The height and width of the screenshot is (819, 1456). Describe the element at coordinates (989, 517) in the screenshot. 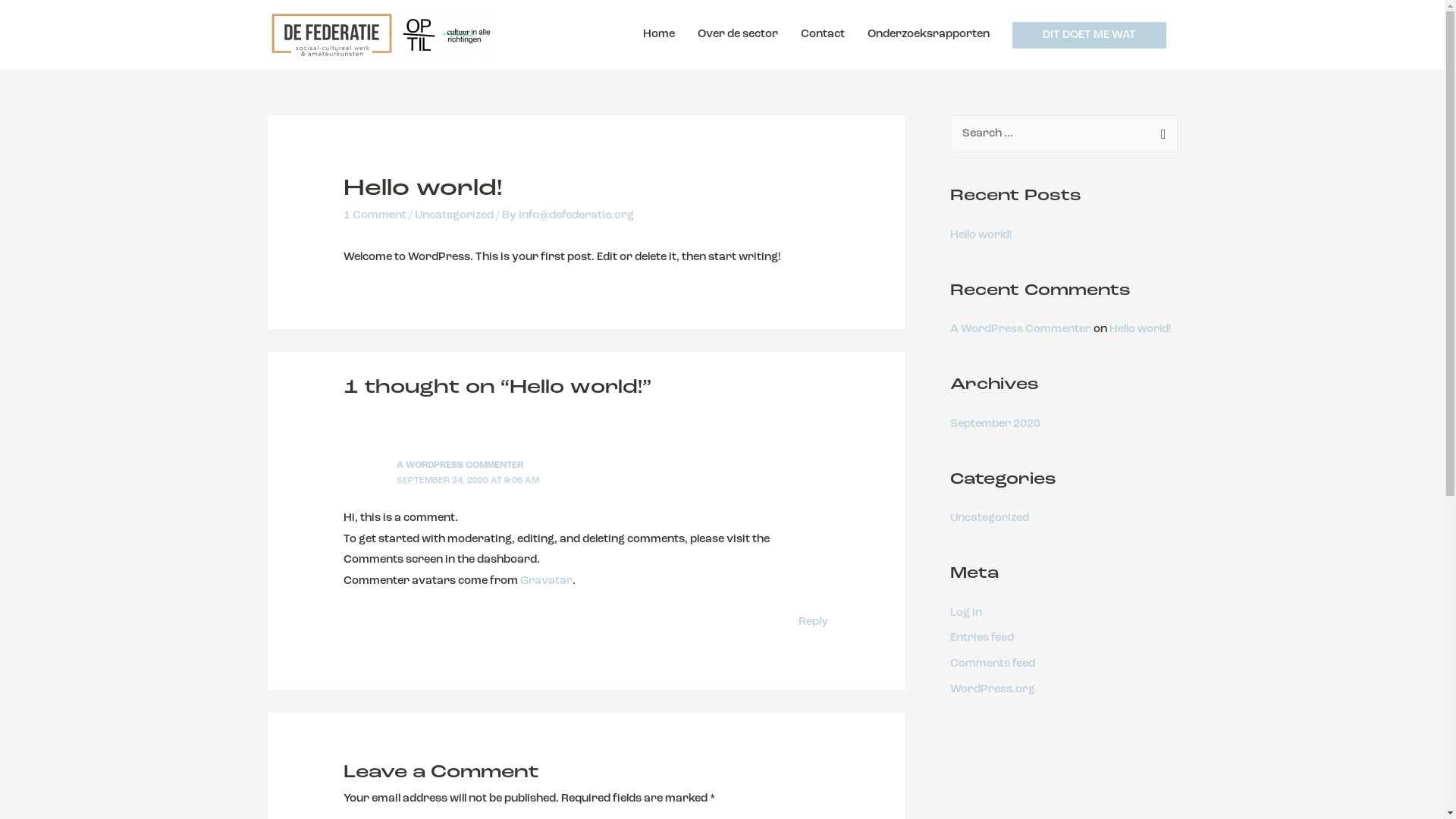

I see `'Uncategorized'` at that location.